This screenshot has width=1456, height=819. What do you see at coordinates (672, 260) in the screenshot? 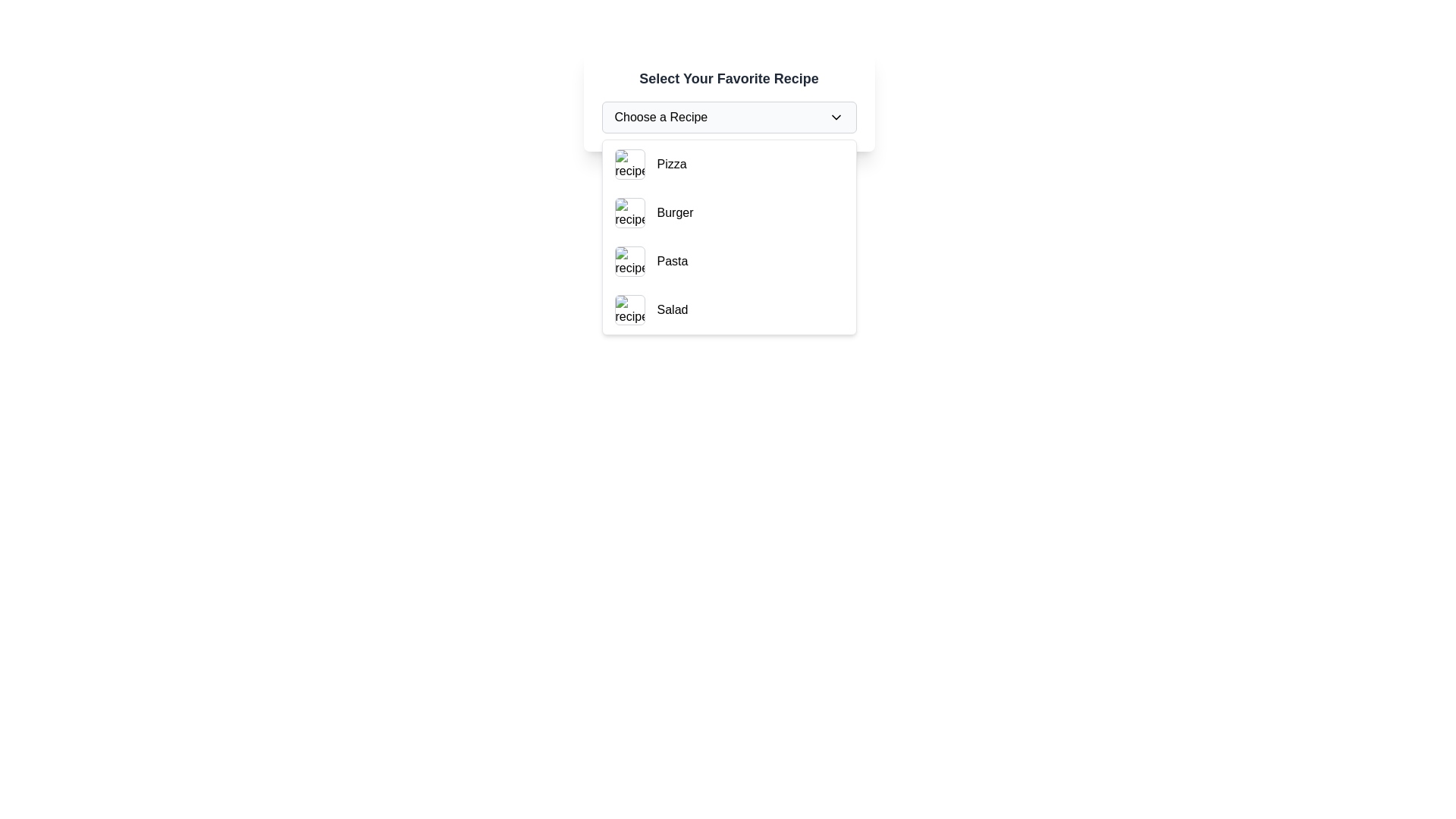
I see `the 'Pasta' label in the dropdown menu` at bounding box center [672, 260].